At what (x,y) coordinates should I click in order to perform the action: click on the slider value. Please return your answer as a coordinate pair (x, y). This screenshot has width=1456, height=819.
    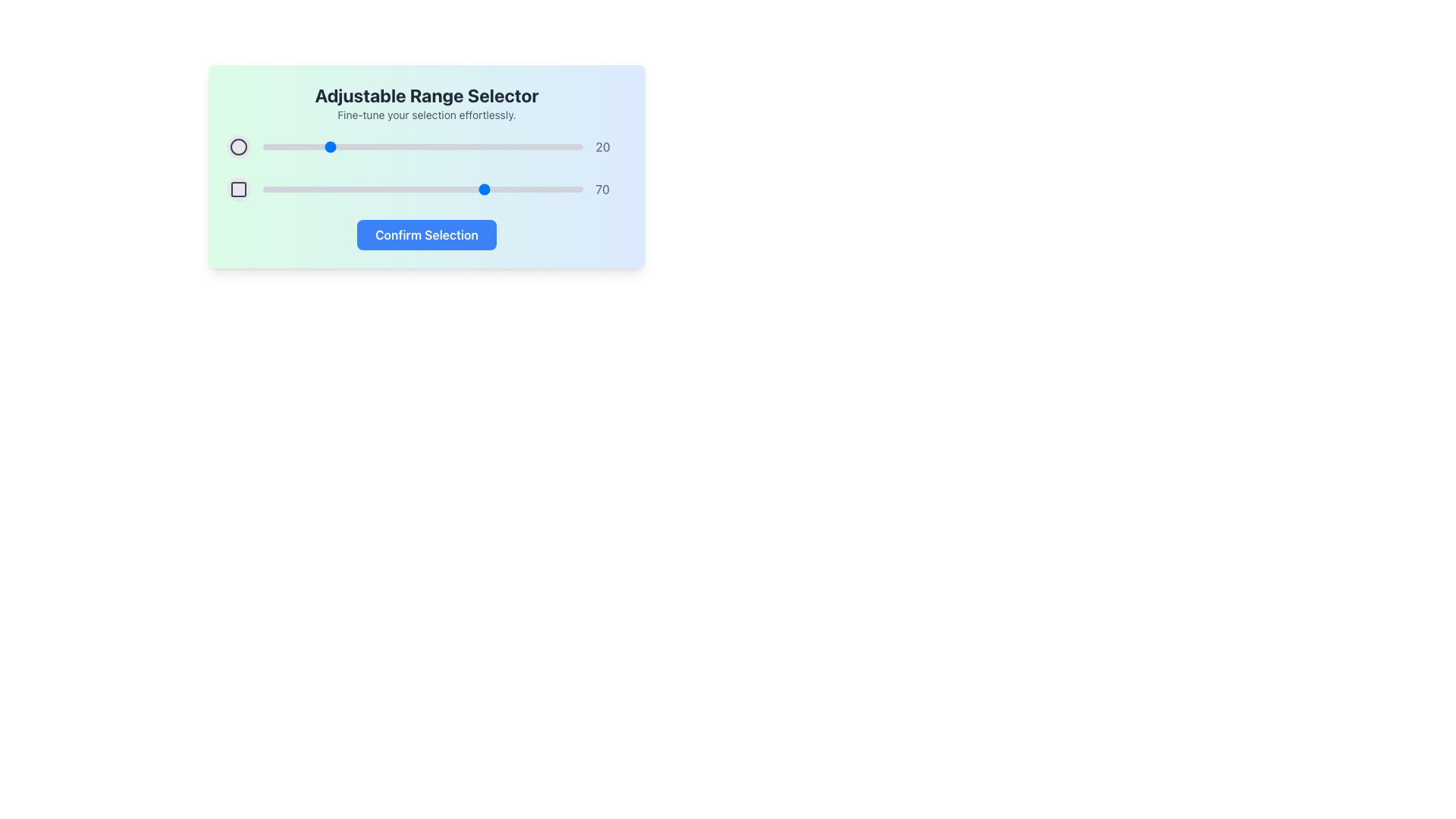
    Looking at the image, I should click on (444, 189).